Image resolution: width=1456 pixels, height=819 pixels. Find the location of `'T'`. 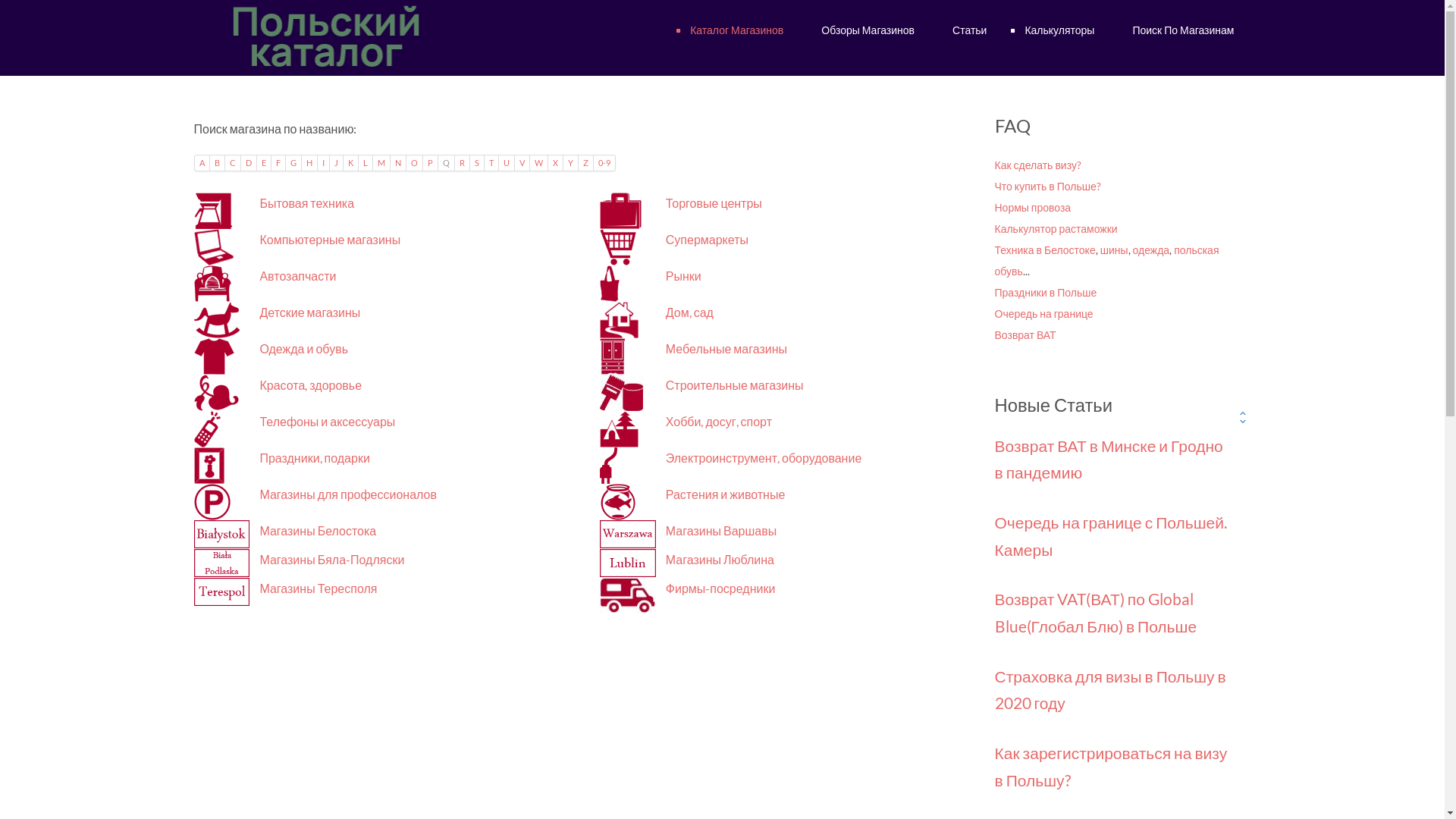

'T' is located at coordinates (491, 163).